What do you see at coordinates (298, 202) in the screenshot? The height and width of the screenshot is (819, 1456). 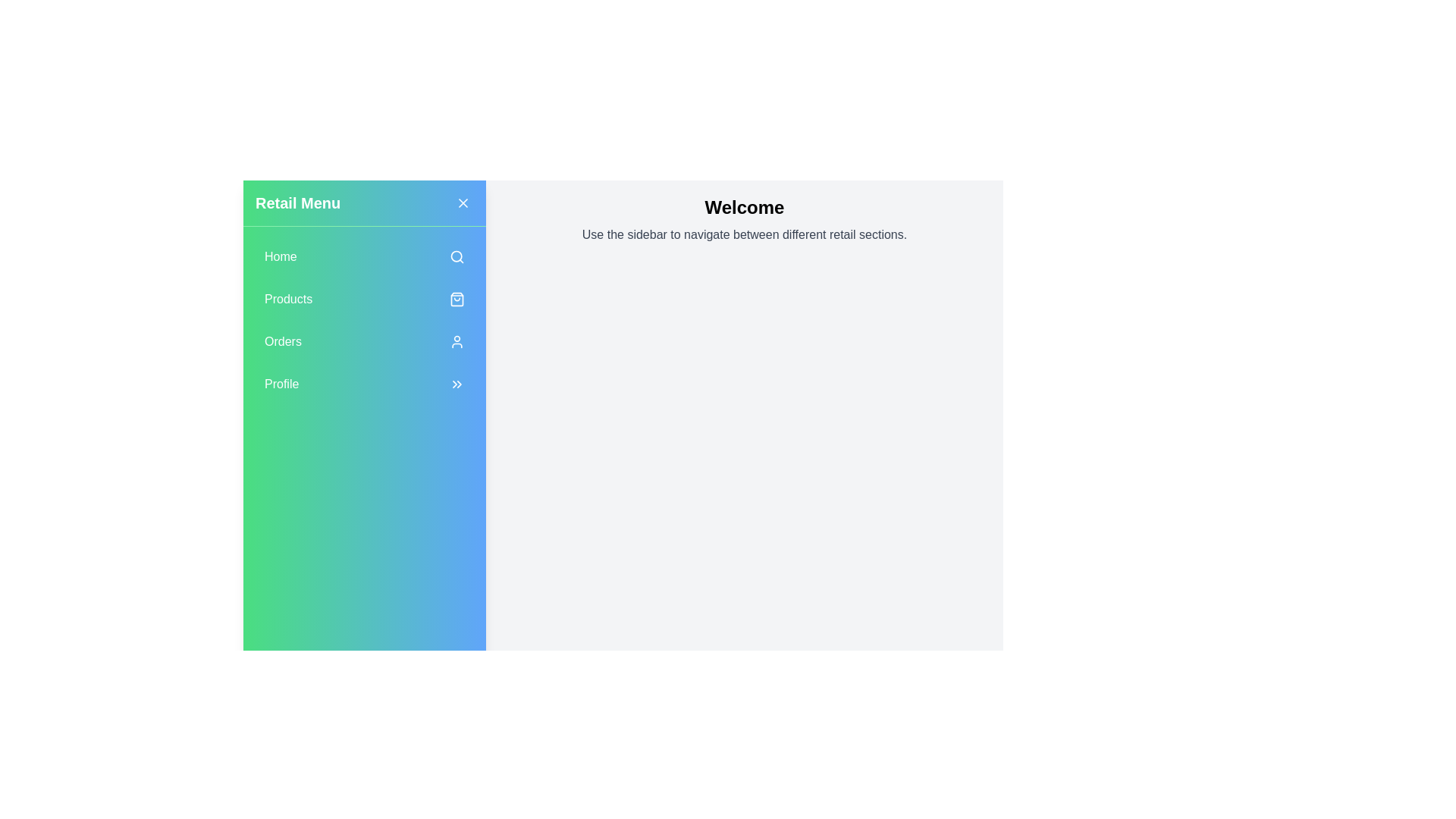 I see `the bold 'Retail Menu' text located at the upper-left section of the sidebar` at bounding box center [298, 202].